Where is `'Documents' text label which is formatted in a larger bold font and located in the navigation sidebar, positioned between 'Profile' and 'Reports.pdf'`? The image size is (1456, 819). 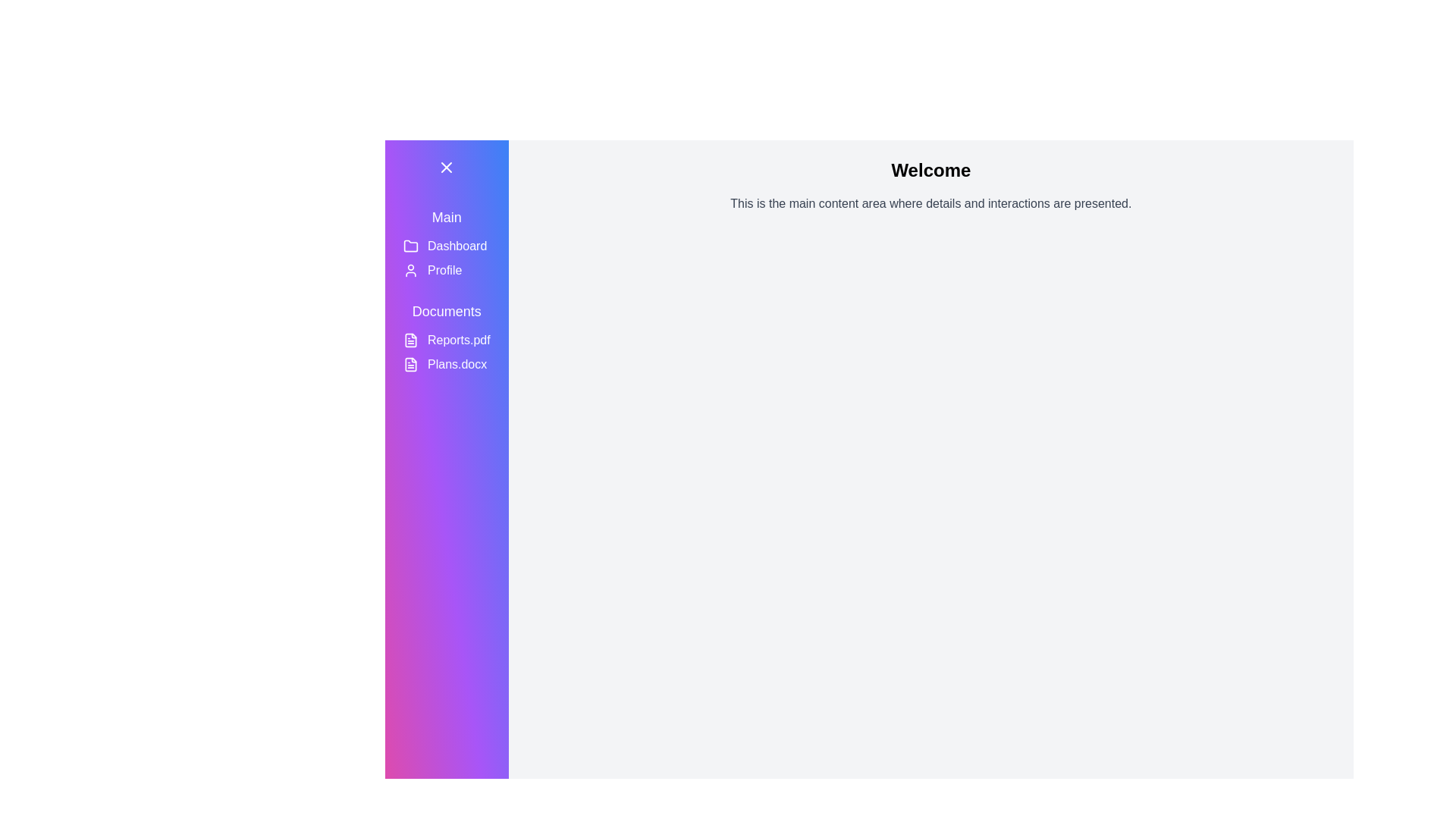 'Documents' text label which is formatted in a larger bold font and located in the navigation sidebar, positioned between 'Profile' and 'Reports.pdf' is located at coordinates (446, 301).